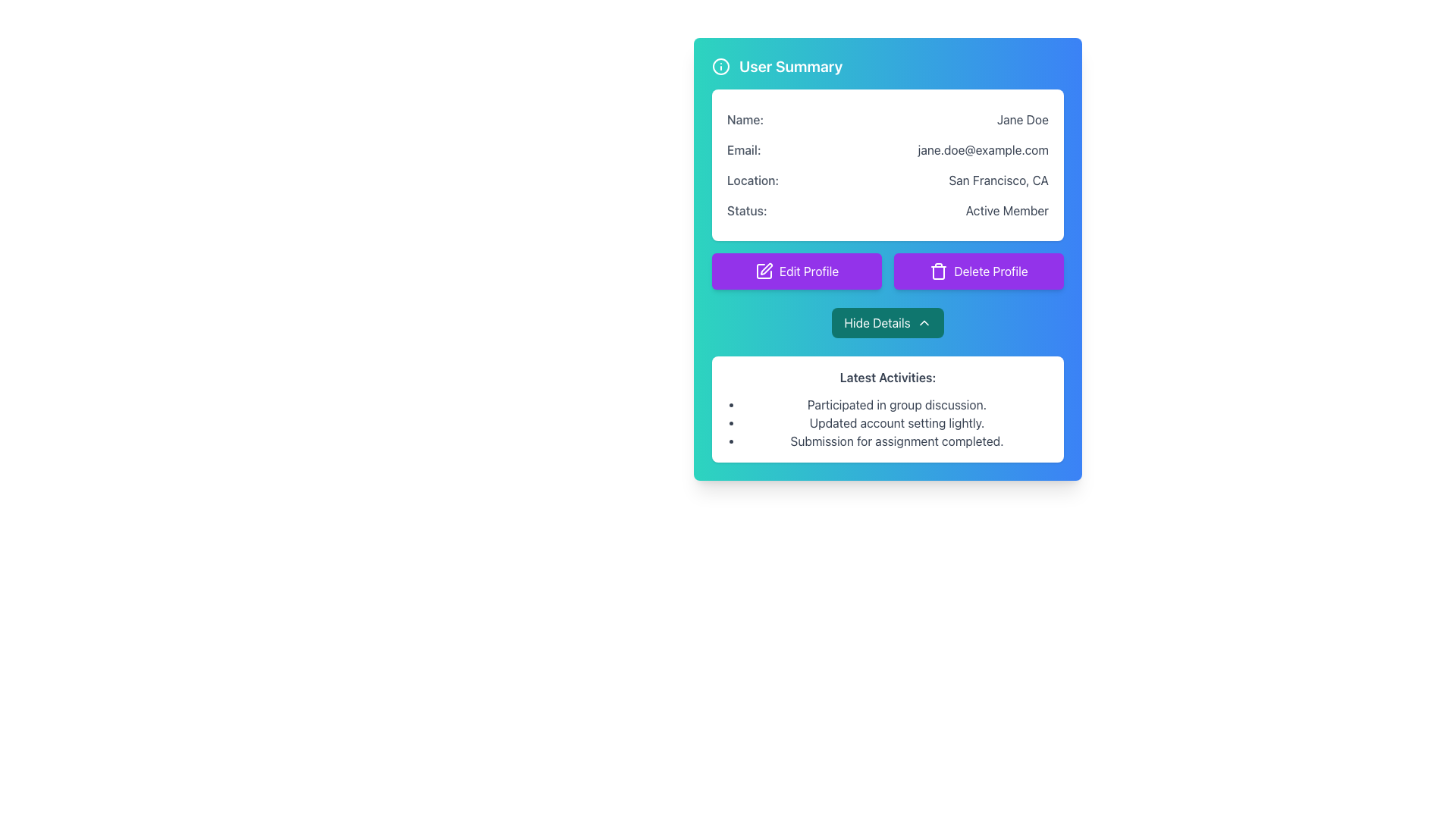 The image size is (1456, 819). Describe the element at coordinates (764, 271) in the screenshot. I see `the decorative icon within the purple 'Edit Profile' button, located to the left of the 'Delete Profile' button` at that location.